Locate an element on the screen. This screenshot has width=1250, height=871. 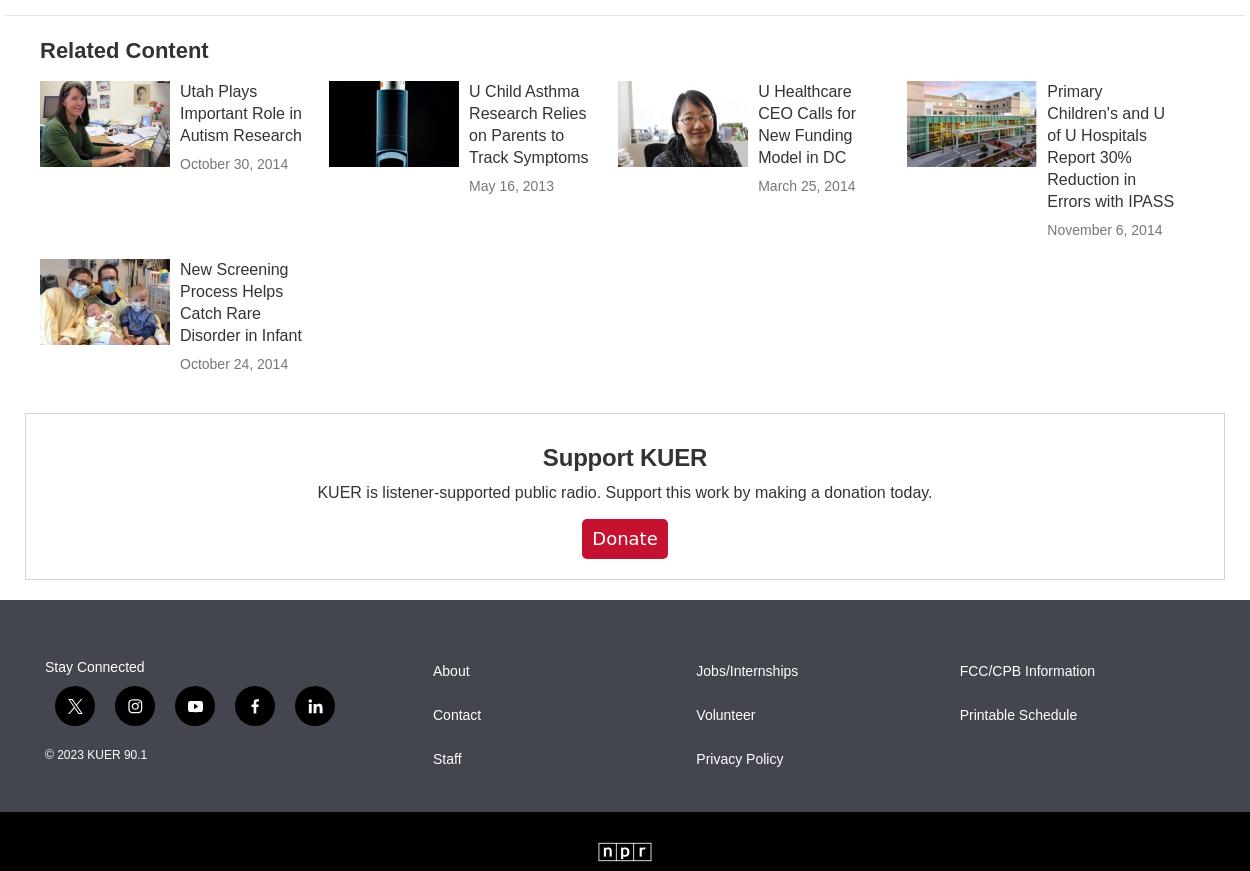
'Related Content' is located at coordinates (123, 92).